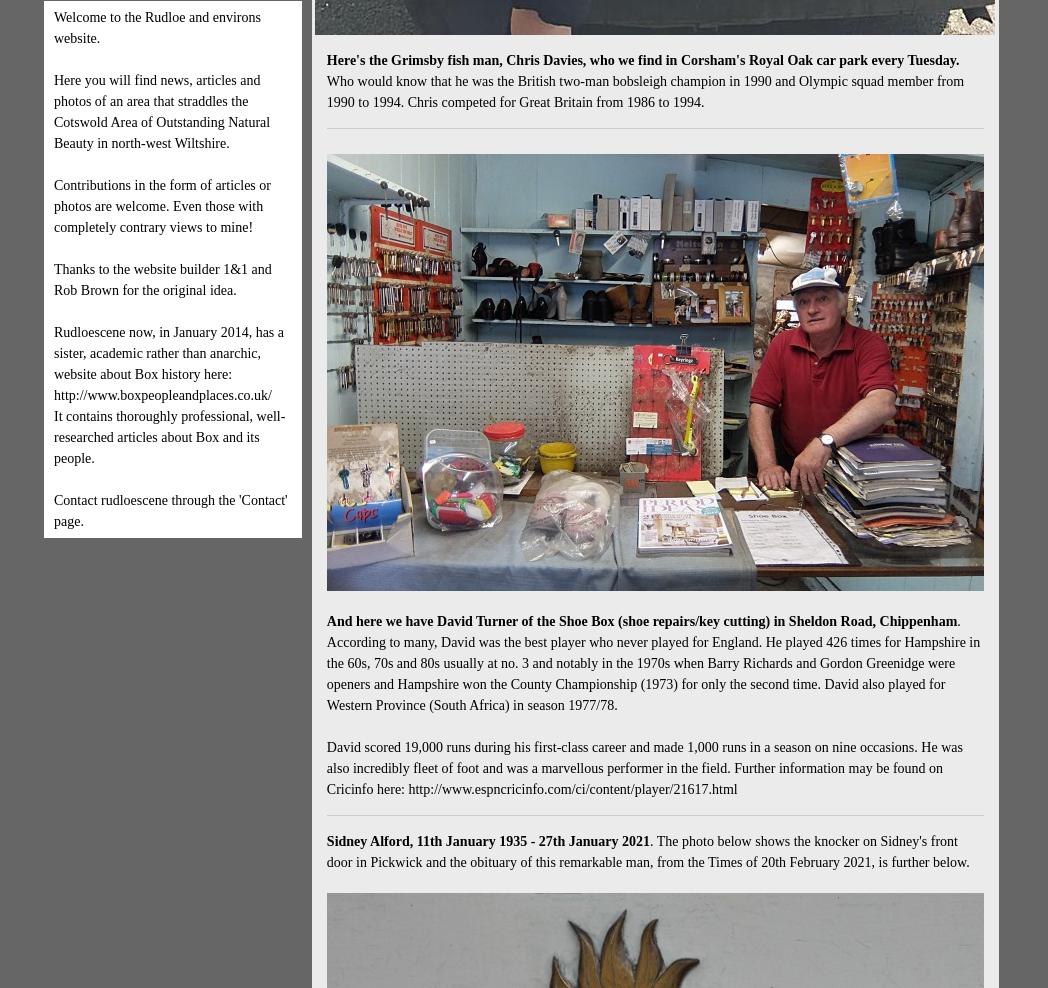 This screenshot has width=1048, height=988. I want to click on 'It contains thoroughly professional, well-researched articles about Box and its people.', so click(169, 437).